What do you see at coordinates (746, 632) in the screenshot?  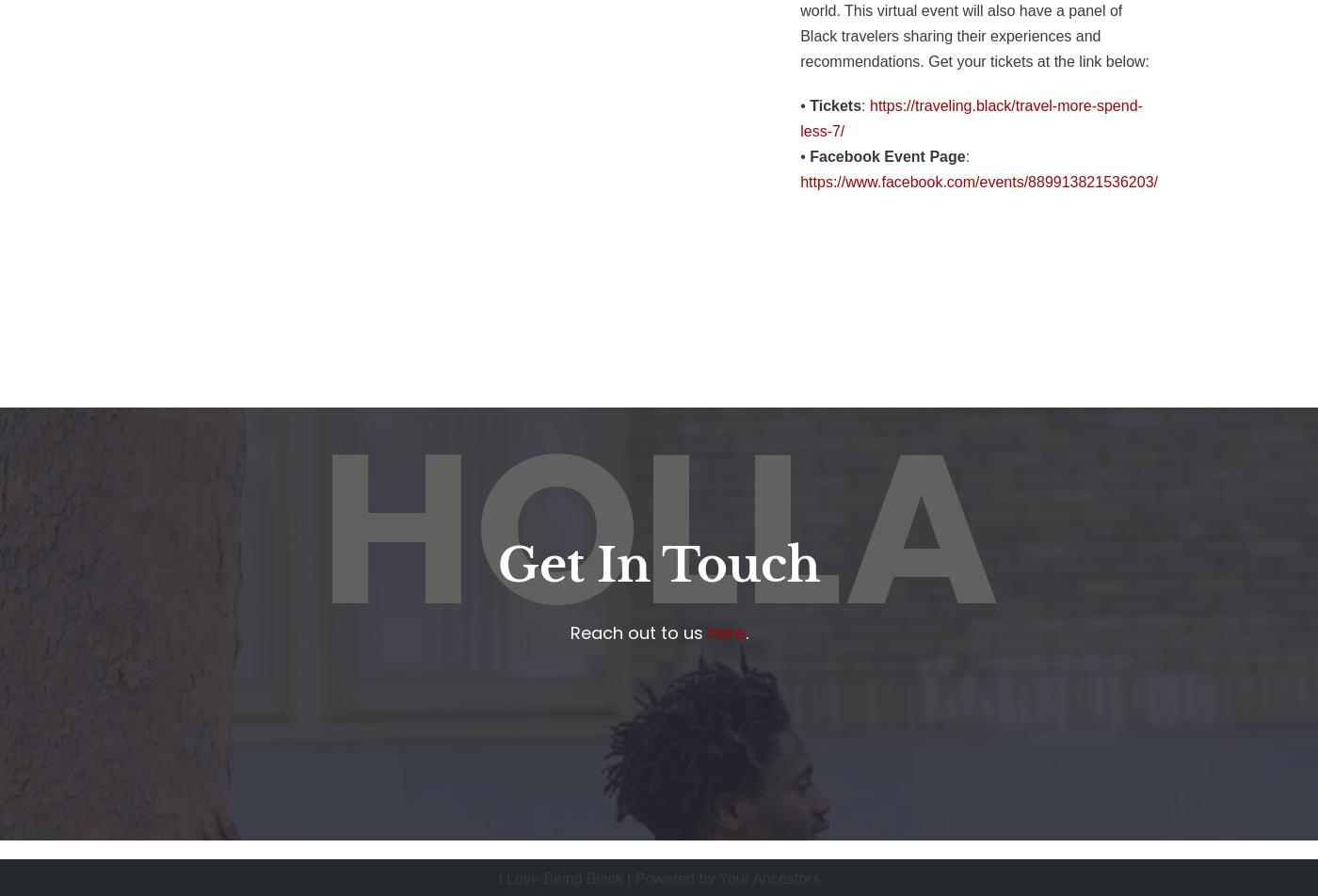 I see `'.'` at bounding box center [746, 632].